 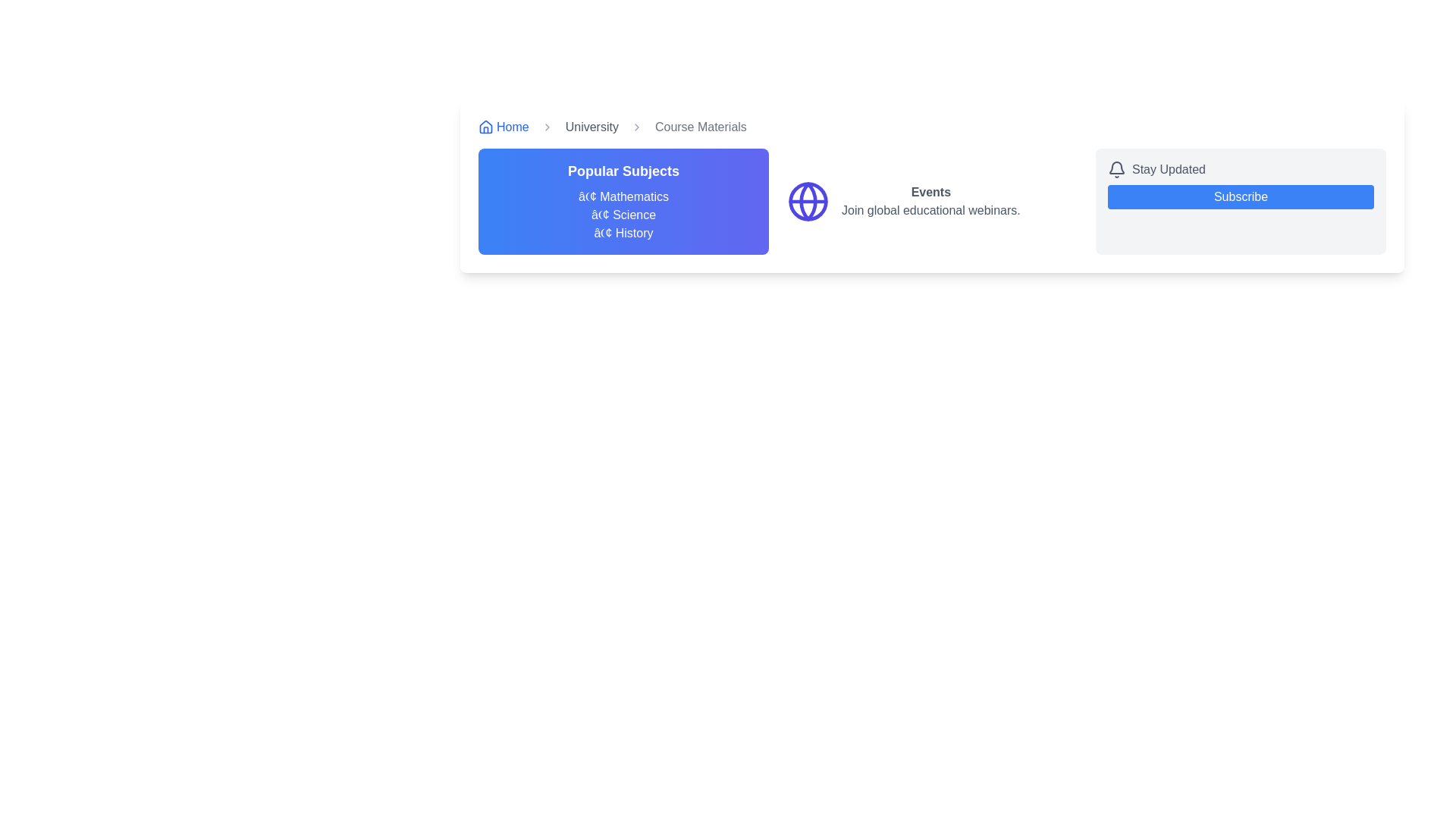 I want to click on the 'University' text link in the breadcrumb navigation, so click(x=591, y=127).